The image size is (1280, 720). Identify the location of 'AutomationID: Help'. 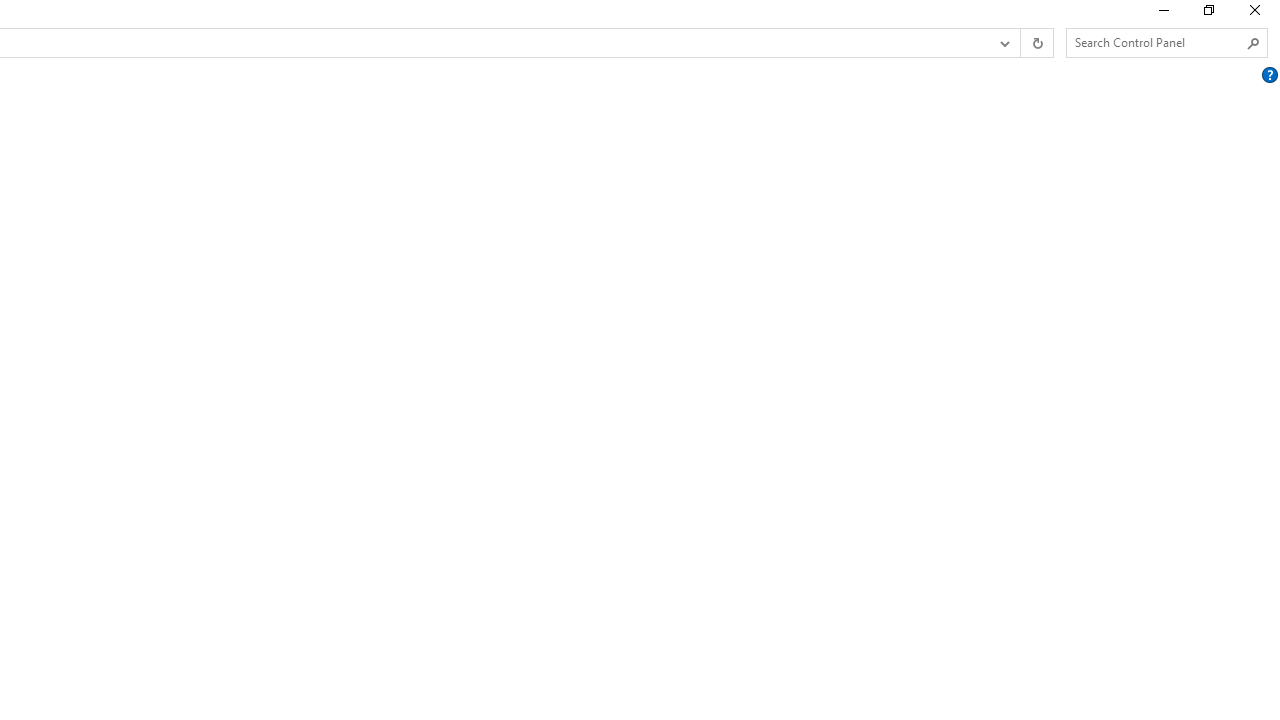
(1268, 74).